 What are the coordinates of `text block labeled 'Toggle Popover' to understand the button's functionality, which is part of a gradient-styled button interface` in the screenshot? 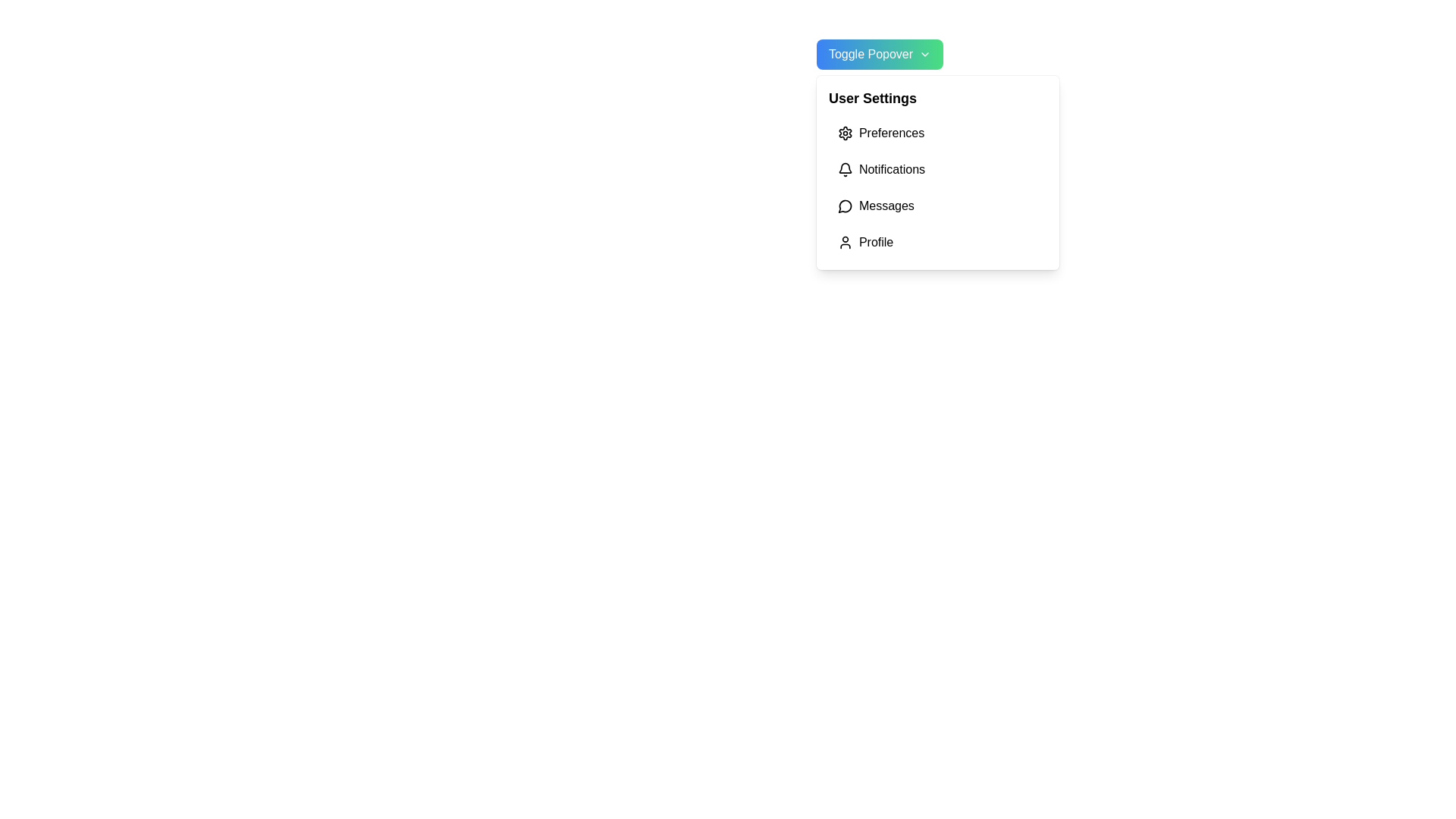 It's located at (871, 54).